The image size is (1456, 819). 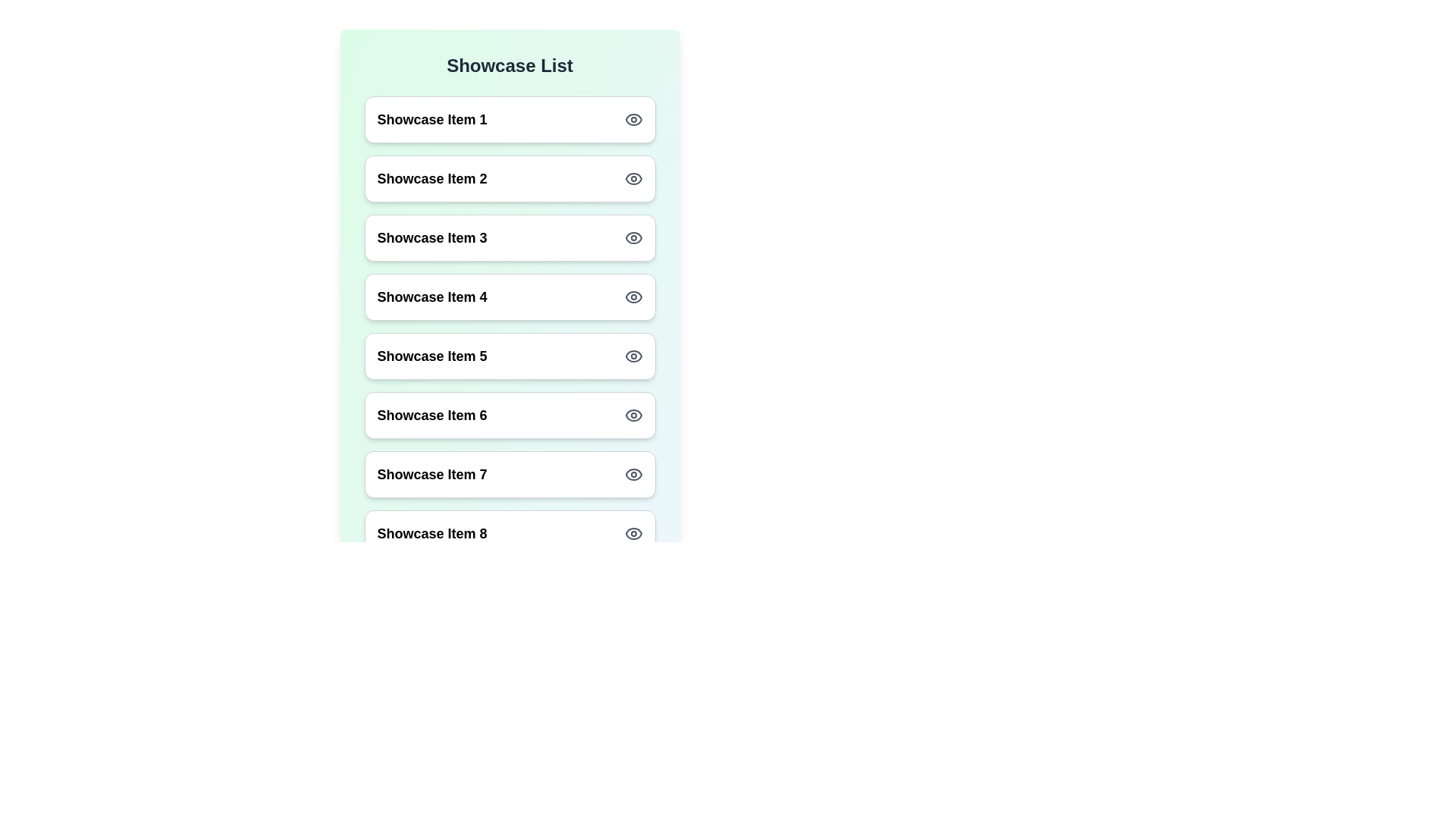 I want to click on the title 'Showcase List' to interact with it, so click(x=510, y=65).